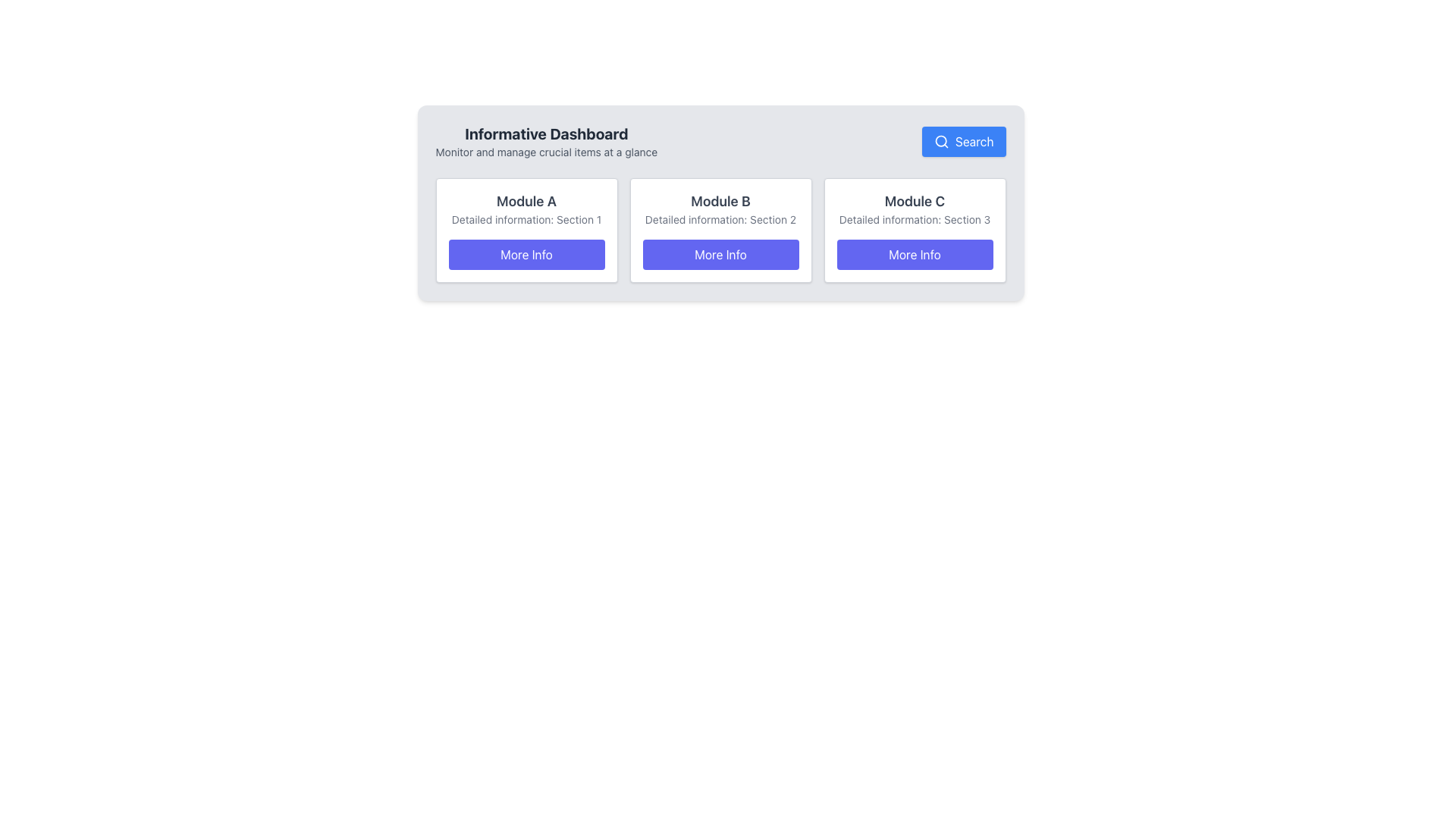 The image size is (1456, 819). What do you see at coordinates (526, 253) in the screenshot?
I see `the 'More Info' button, which is a rectangular button with a blue background and white text, located under the header 'Module A' and the descriptive text 'Detailed information: Section 1'` at bounding box center [526, 253].